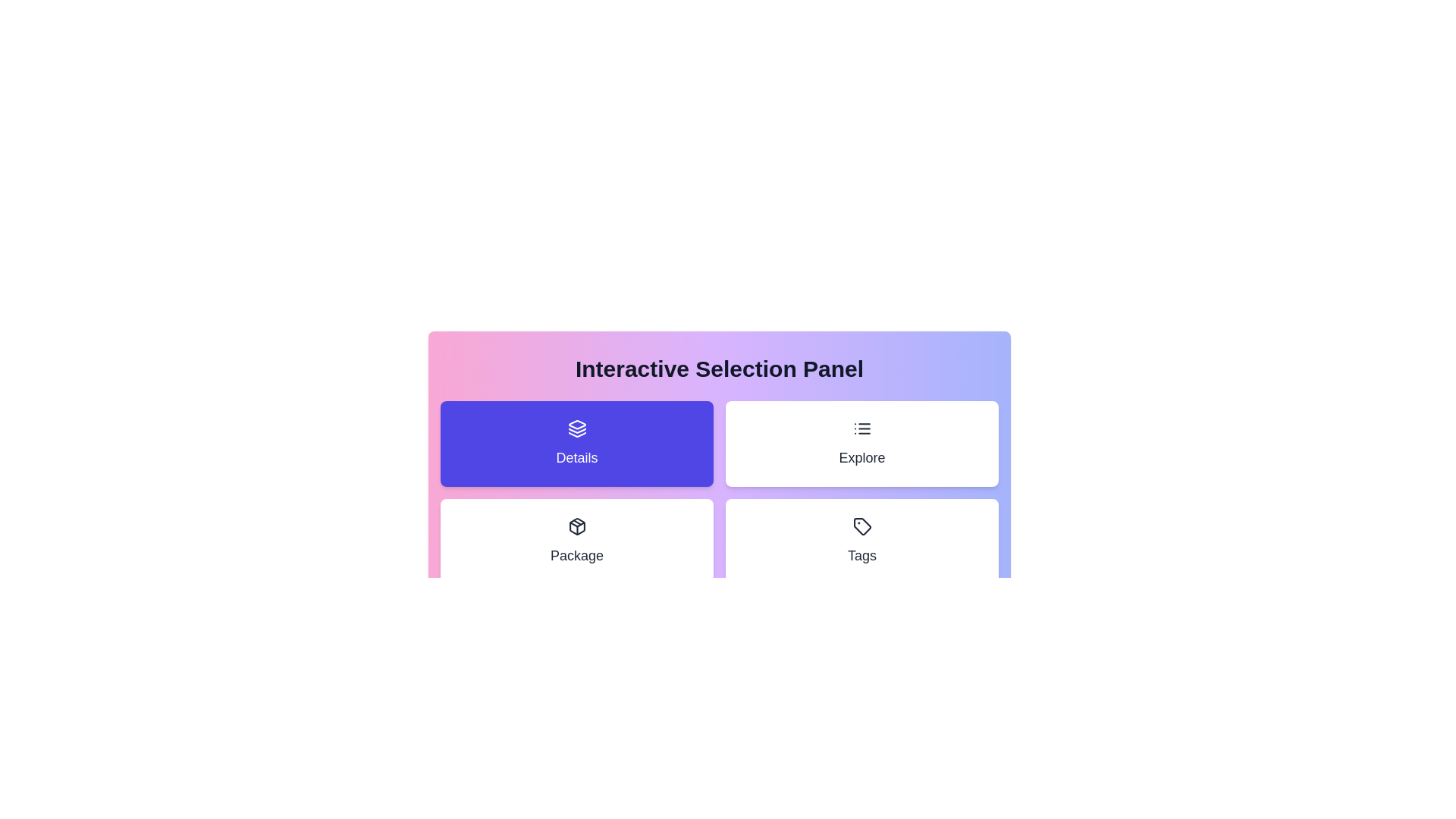  Describe the element at coordinates (576, 526) in the screenshot. I see `the 'Package' button icon located at the bottom left of the 2x2 button grid` at that location.